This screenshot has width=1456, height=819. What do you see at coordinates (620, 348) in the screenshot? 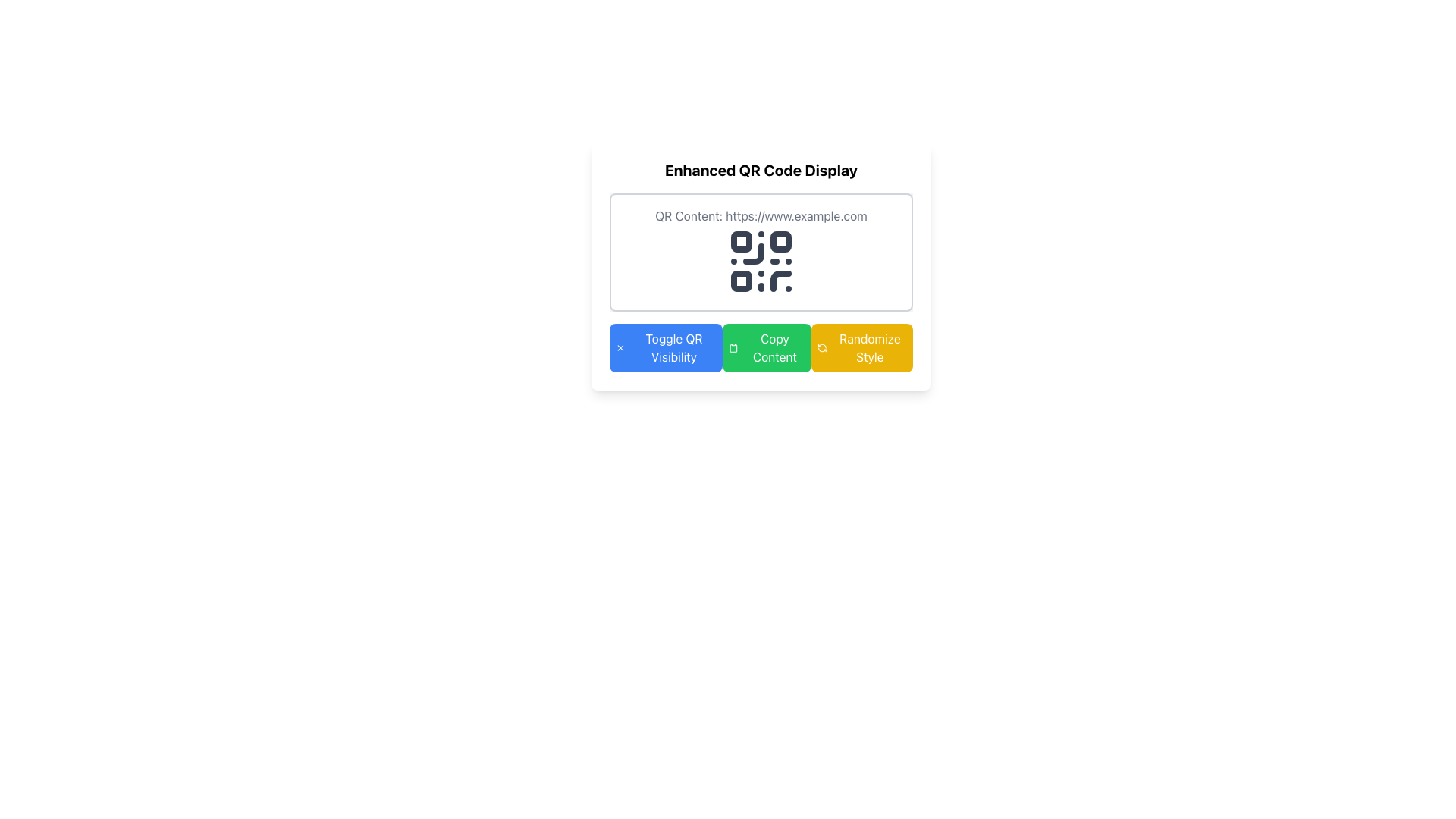
I see `the small blue icon with a white 'X' symbol located on the left side of the 'Toggle QR Visibility' button` at bounding box center [620, 348].